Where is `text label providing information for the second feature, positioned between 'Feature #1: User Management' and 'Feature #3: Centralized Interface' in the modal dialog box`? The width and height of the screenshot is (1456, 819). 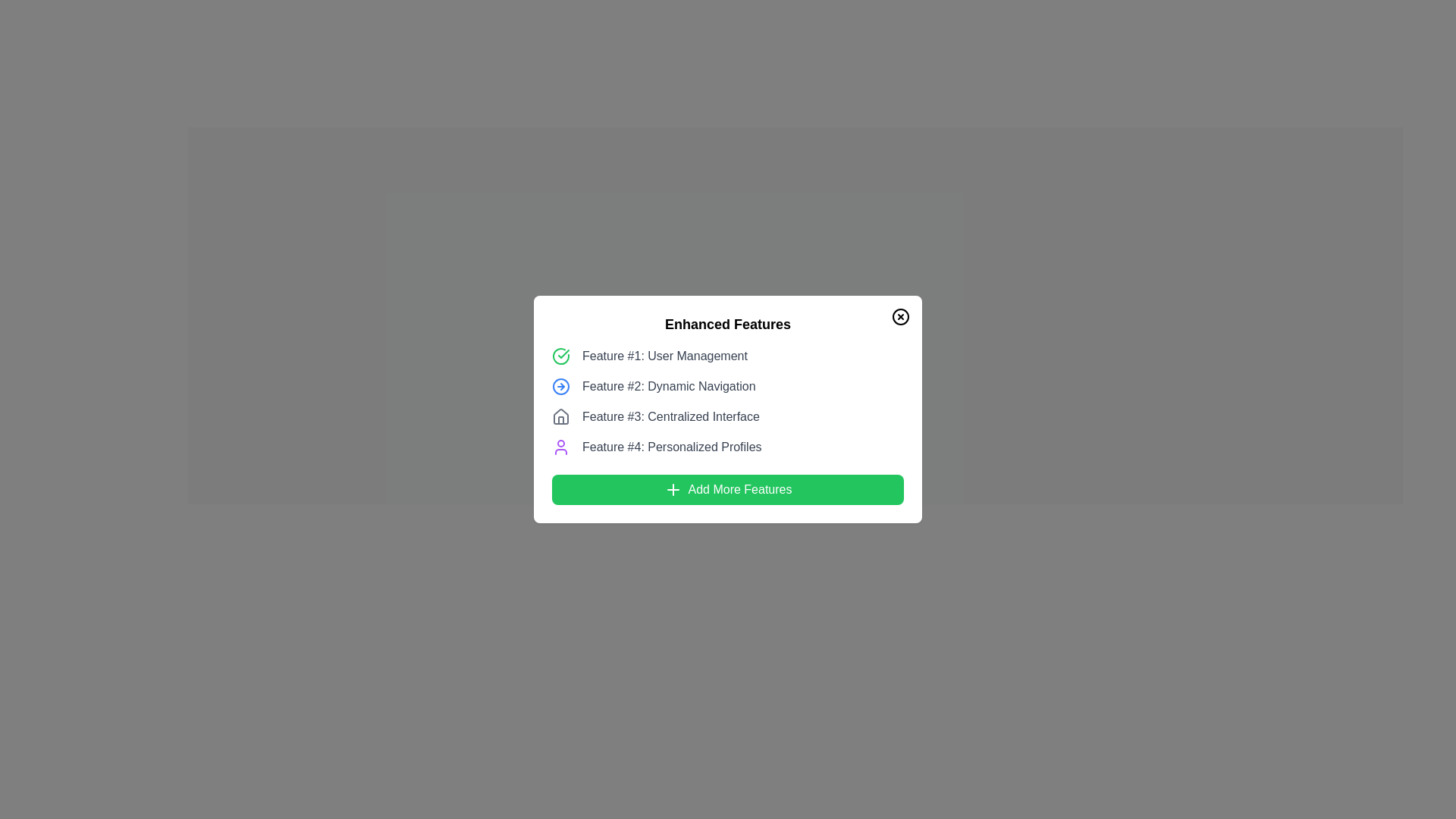 text label providing information for the second feature, positioned between 'Feature #1: User Management' and 'Feature #3: Centralized Interface' in the modal dialog box is located at coordinates (668, 385).